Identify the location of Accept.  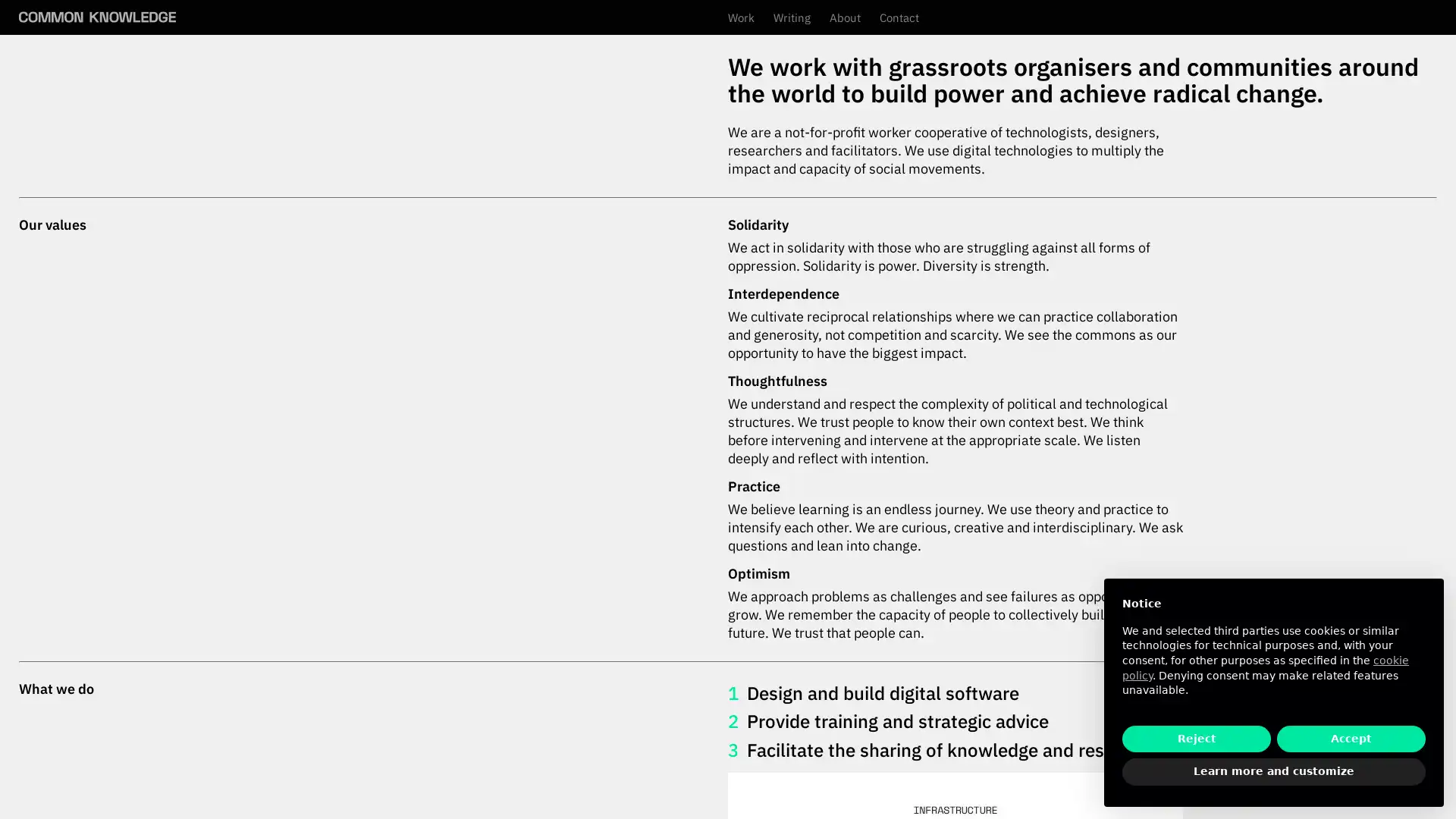
(1351, 738).